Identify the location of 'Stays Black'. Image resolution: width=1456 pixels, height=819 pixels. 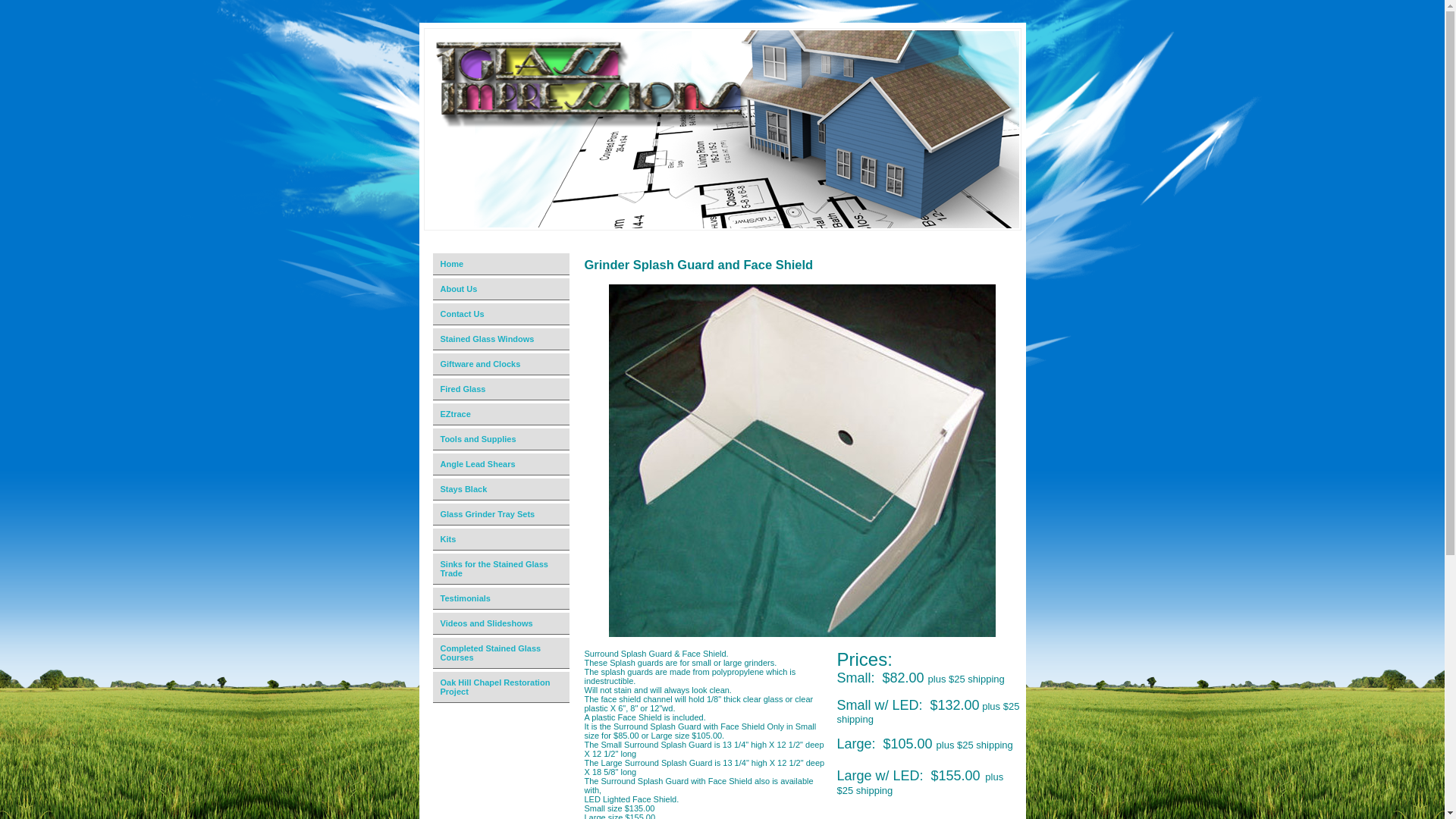
(502, 489).